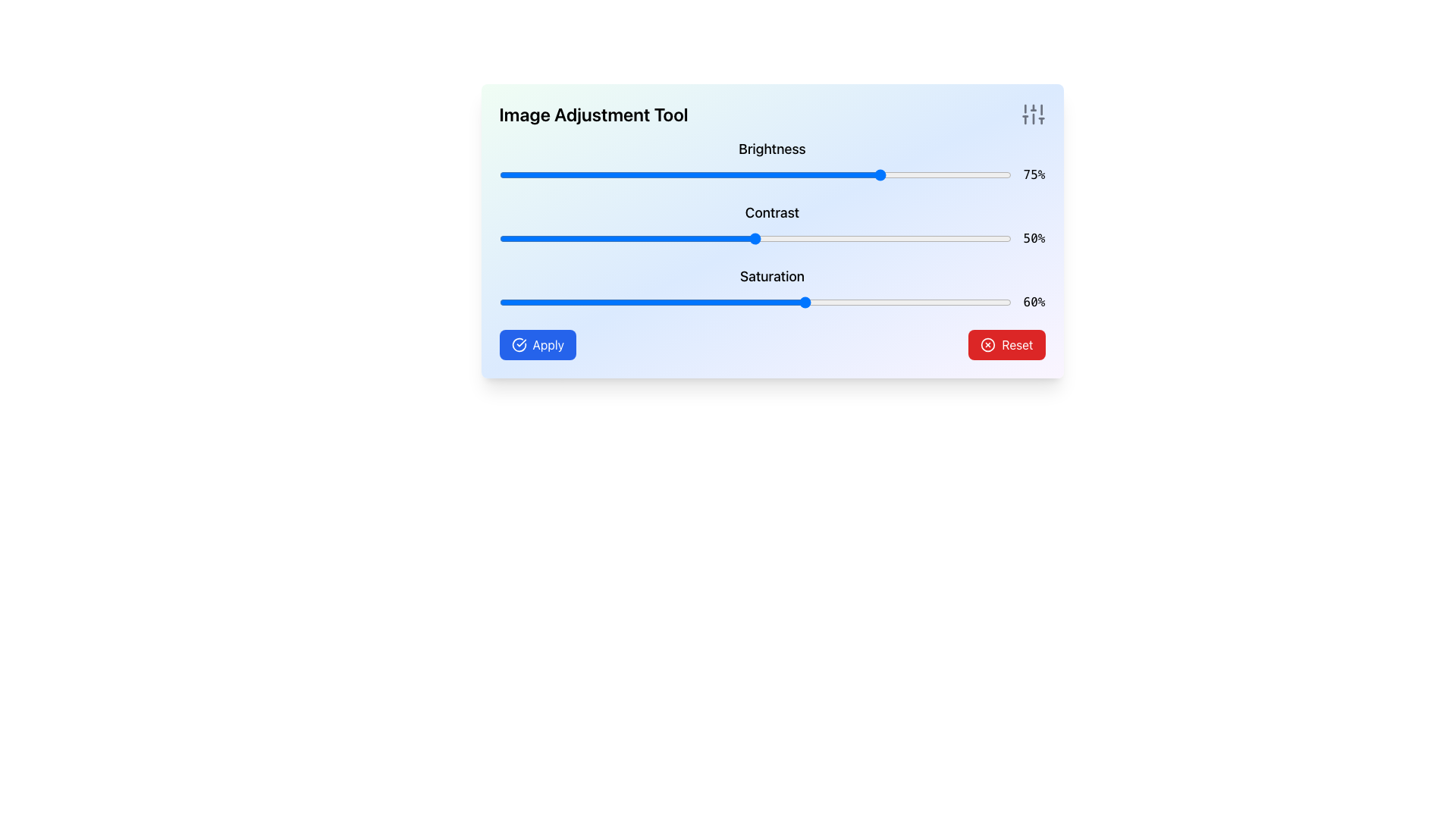  Describe the element at coordinates (770, 174) in the screenshot. I see `brightness` at that location.